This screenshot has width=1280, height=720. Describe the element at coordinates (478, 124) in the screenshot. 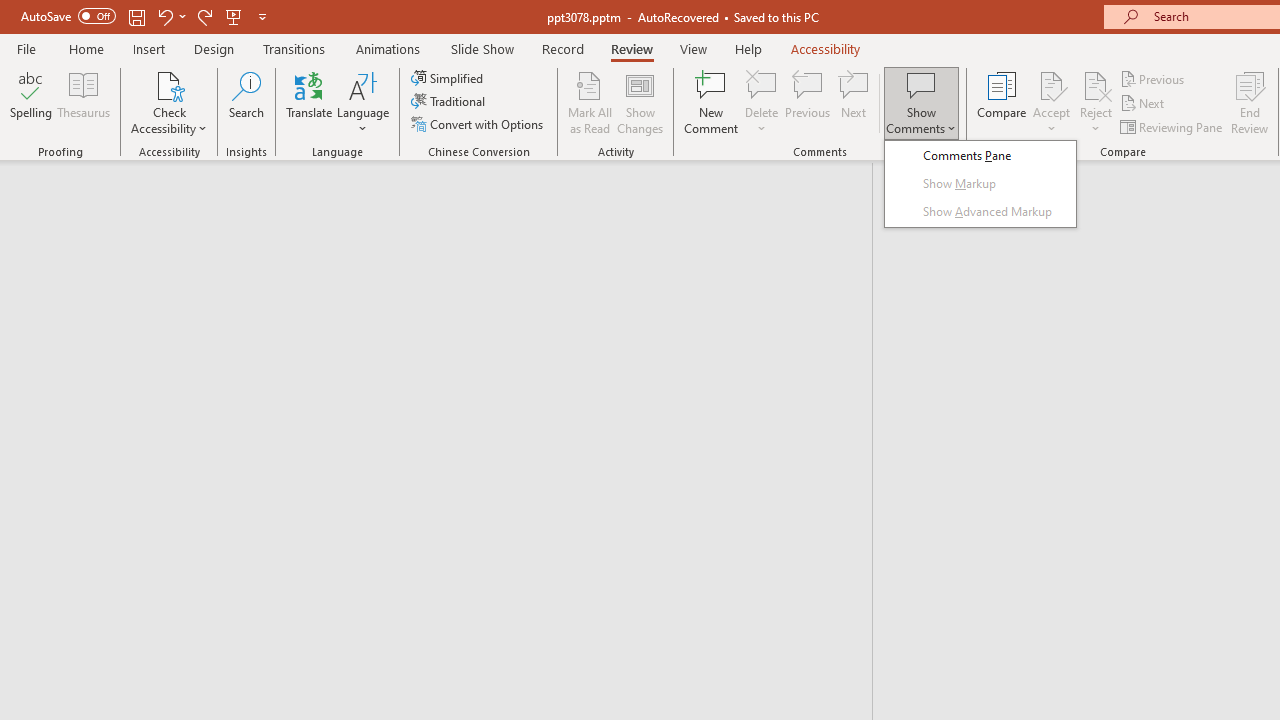

I see `'Convert with Options...'` at that location.